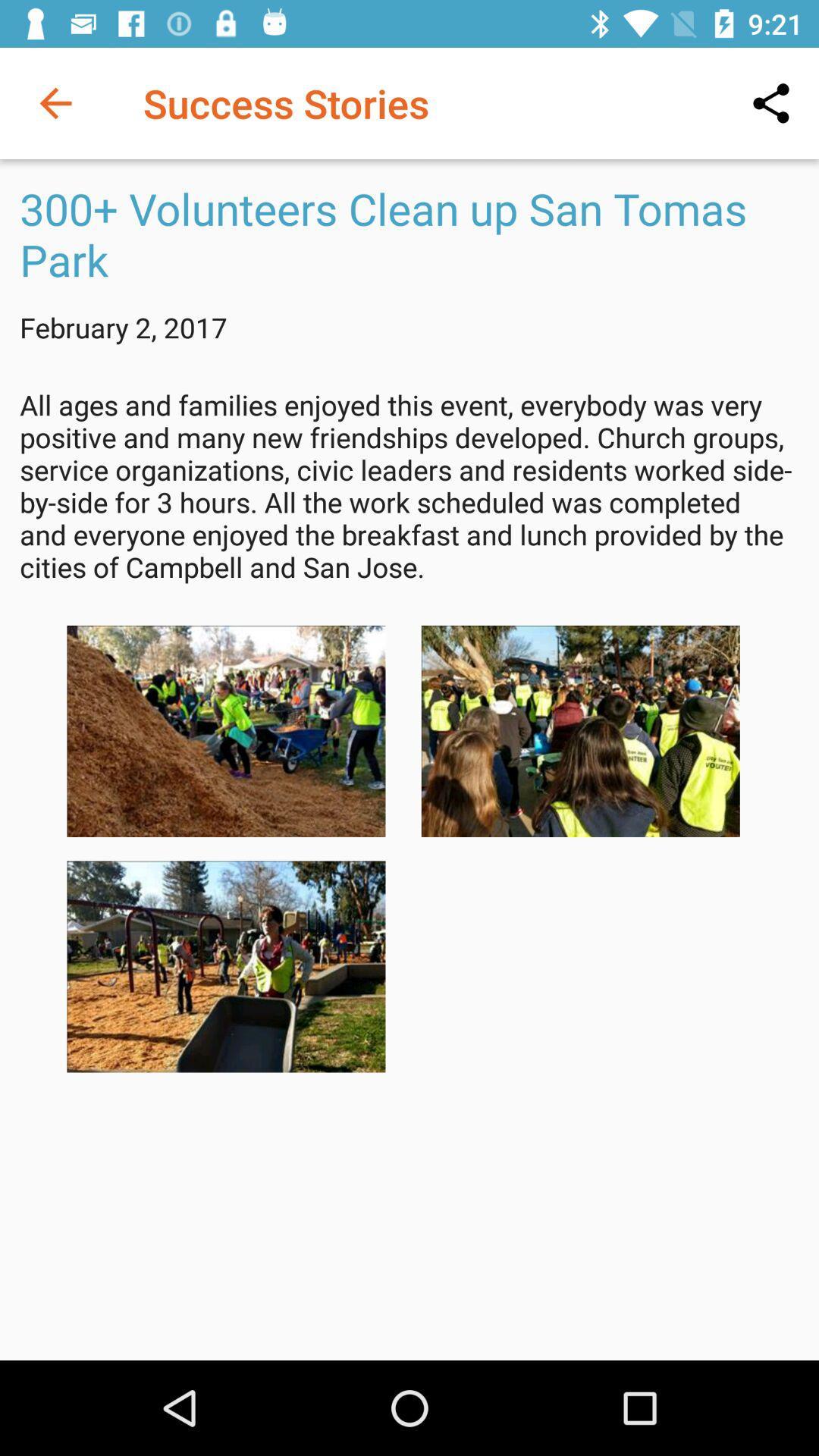 The width and height of the screenshot is (819, 1456). I want to click on image, so click(580, 731).